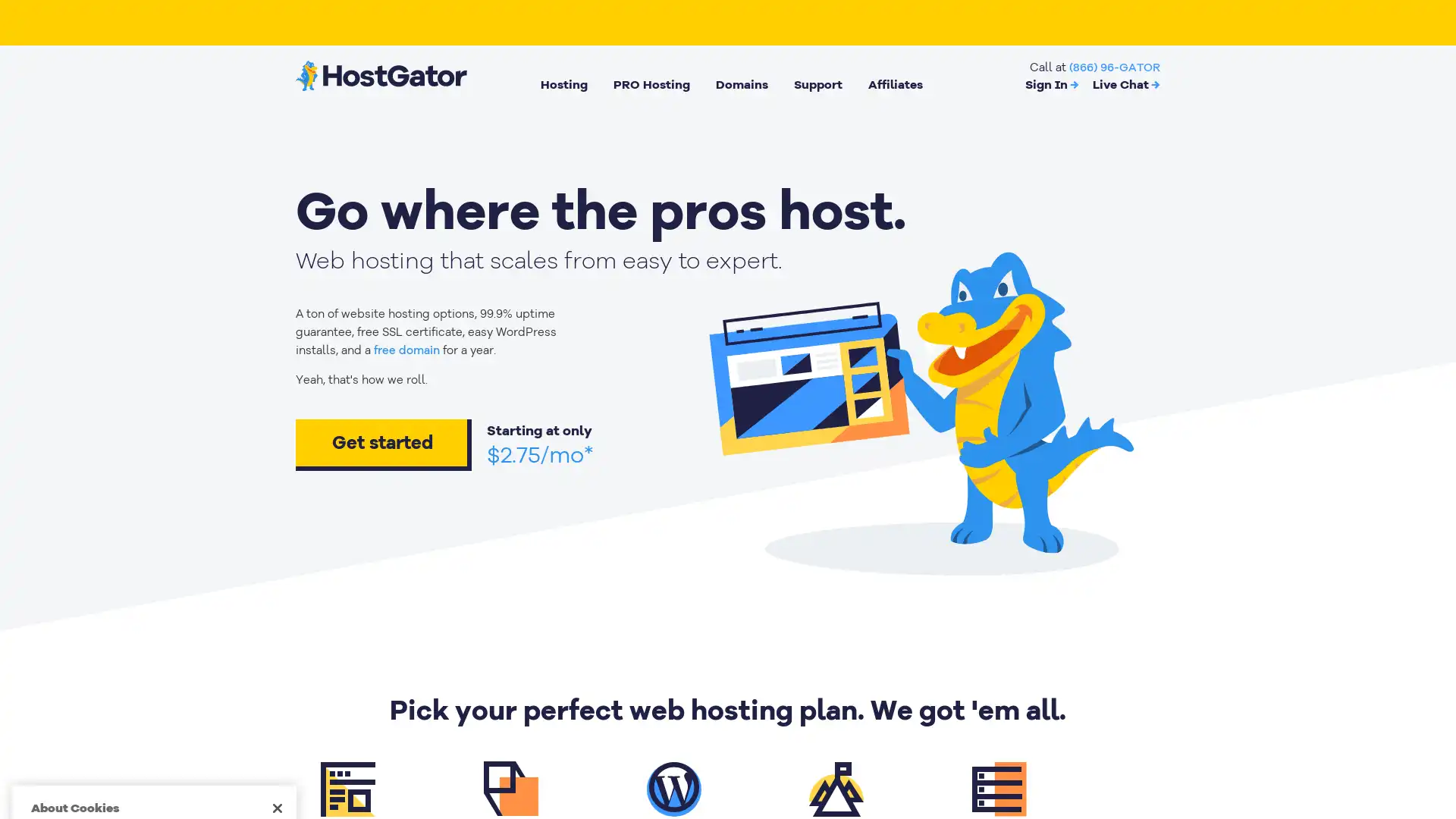  I want to click on Cookies Settings, so click(154, 760).